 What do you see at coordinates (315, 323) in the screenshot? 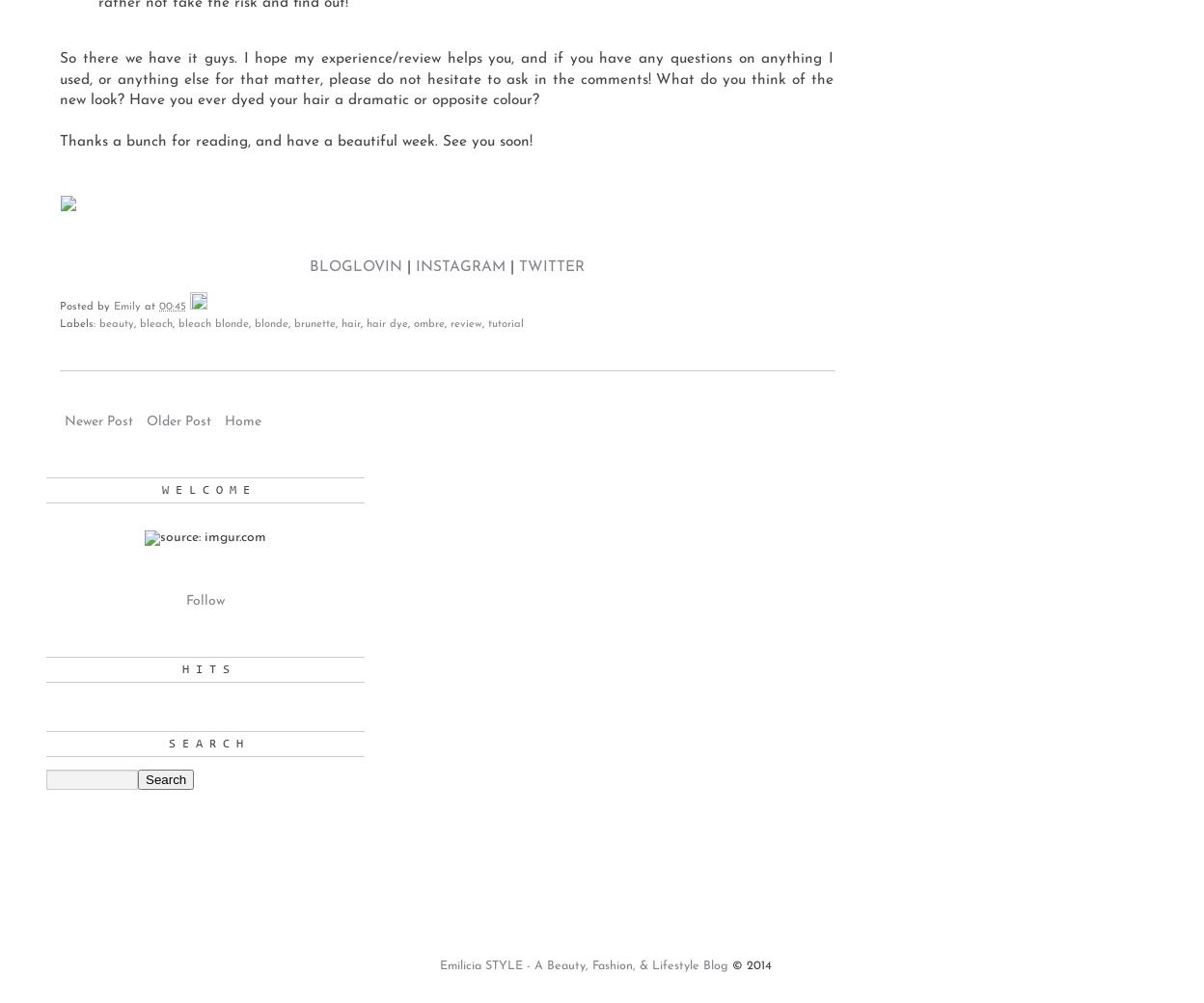
I see `'brunette'` at bounding box center [315, 323].